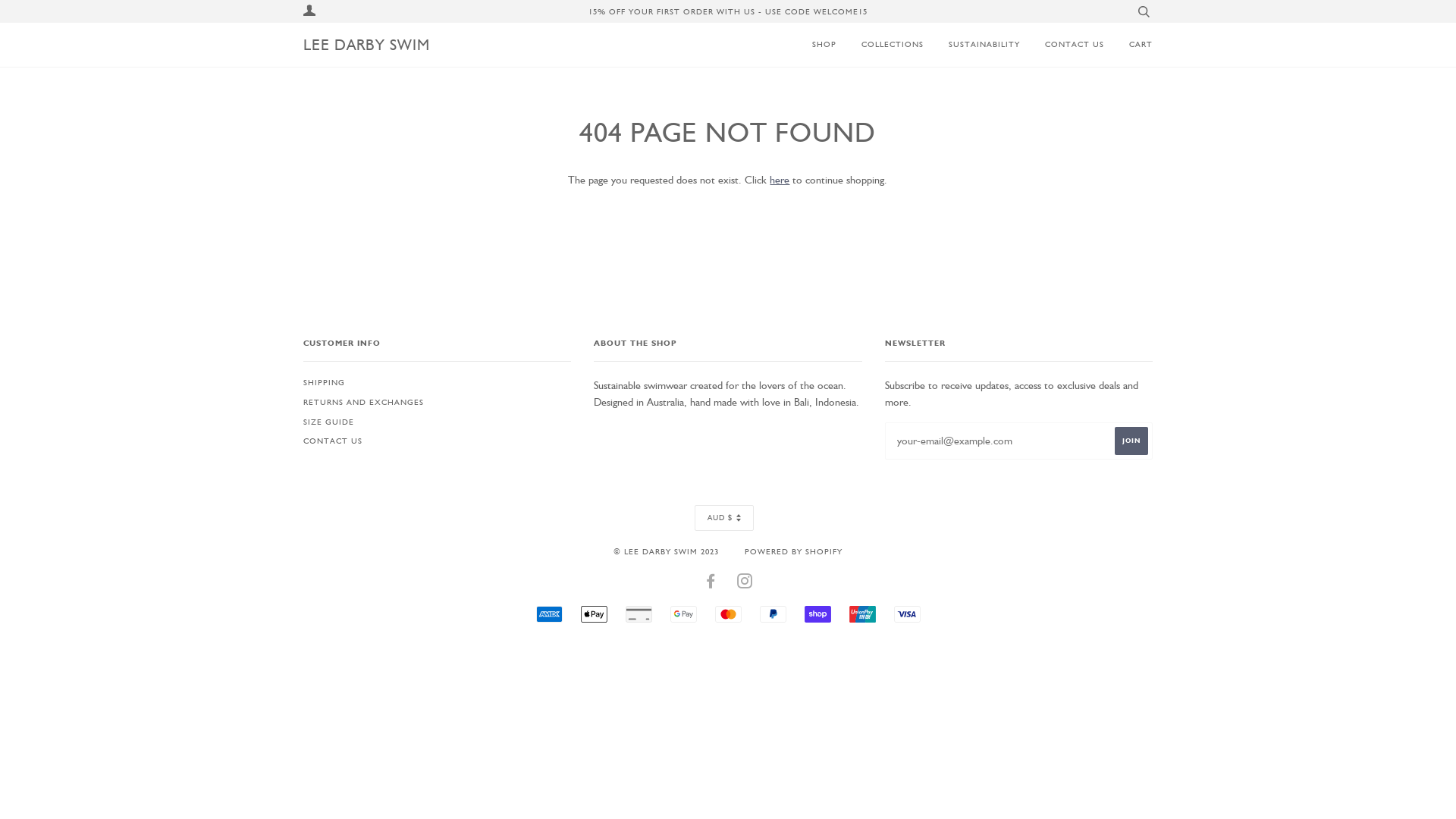 This screenshot has height=819, width=1456. What do you see at coordinates (328, 421) in the screenshot?
I see `'SIZE GUIDE'` at bounding box center [328, 421].